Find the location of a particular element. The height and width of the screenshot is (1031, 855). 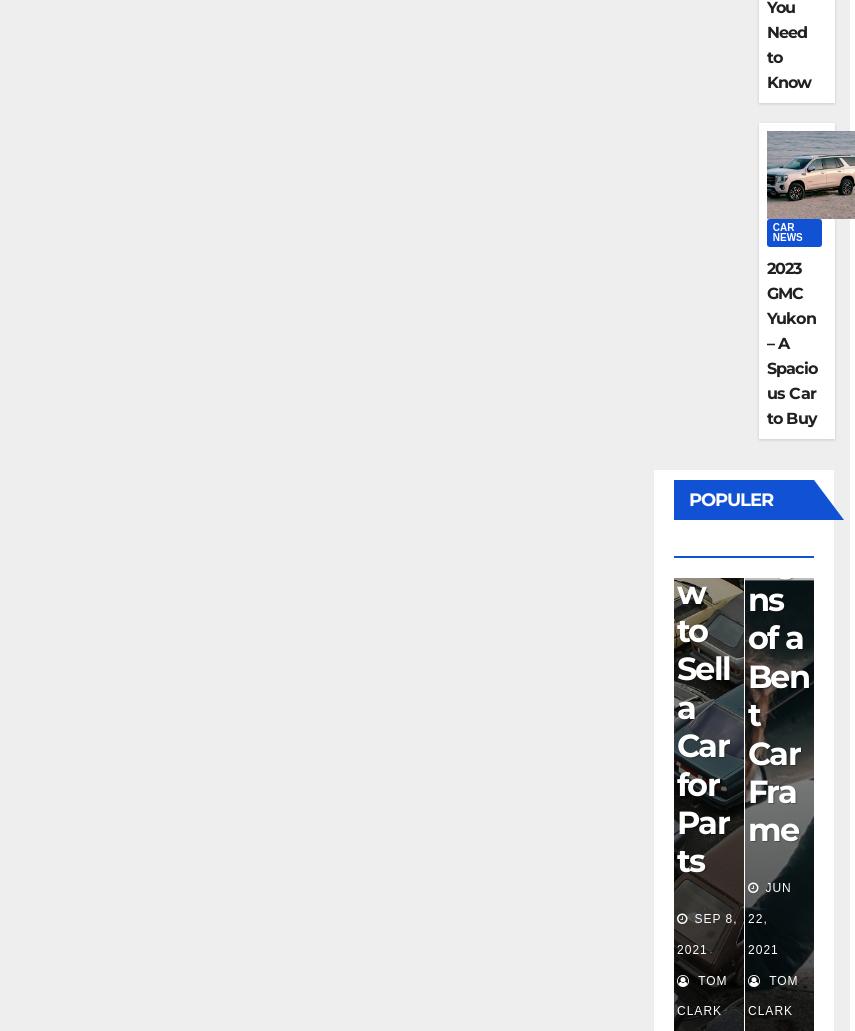

'Dec 21, 2022' is located at coordinates (769, 919).